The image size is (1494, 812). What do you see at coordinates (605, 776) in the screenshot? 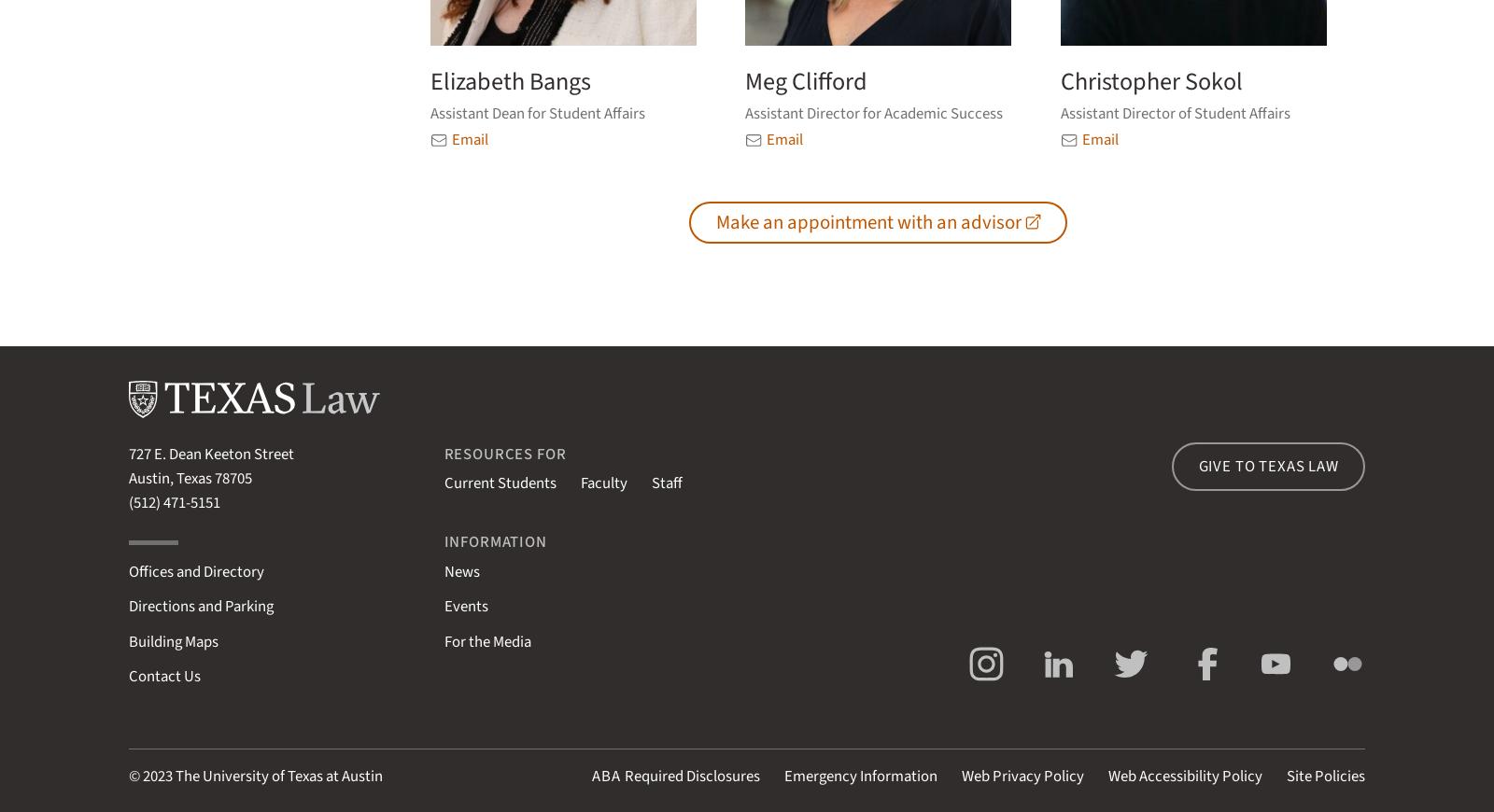
I see `'ABA'` at bounding box center [605, 776].